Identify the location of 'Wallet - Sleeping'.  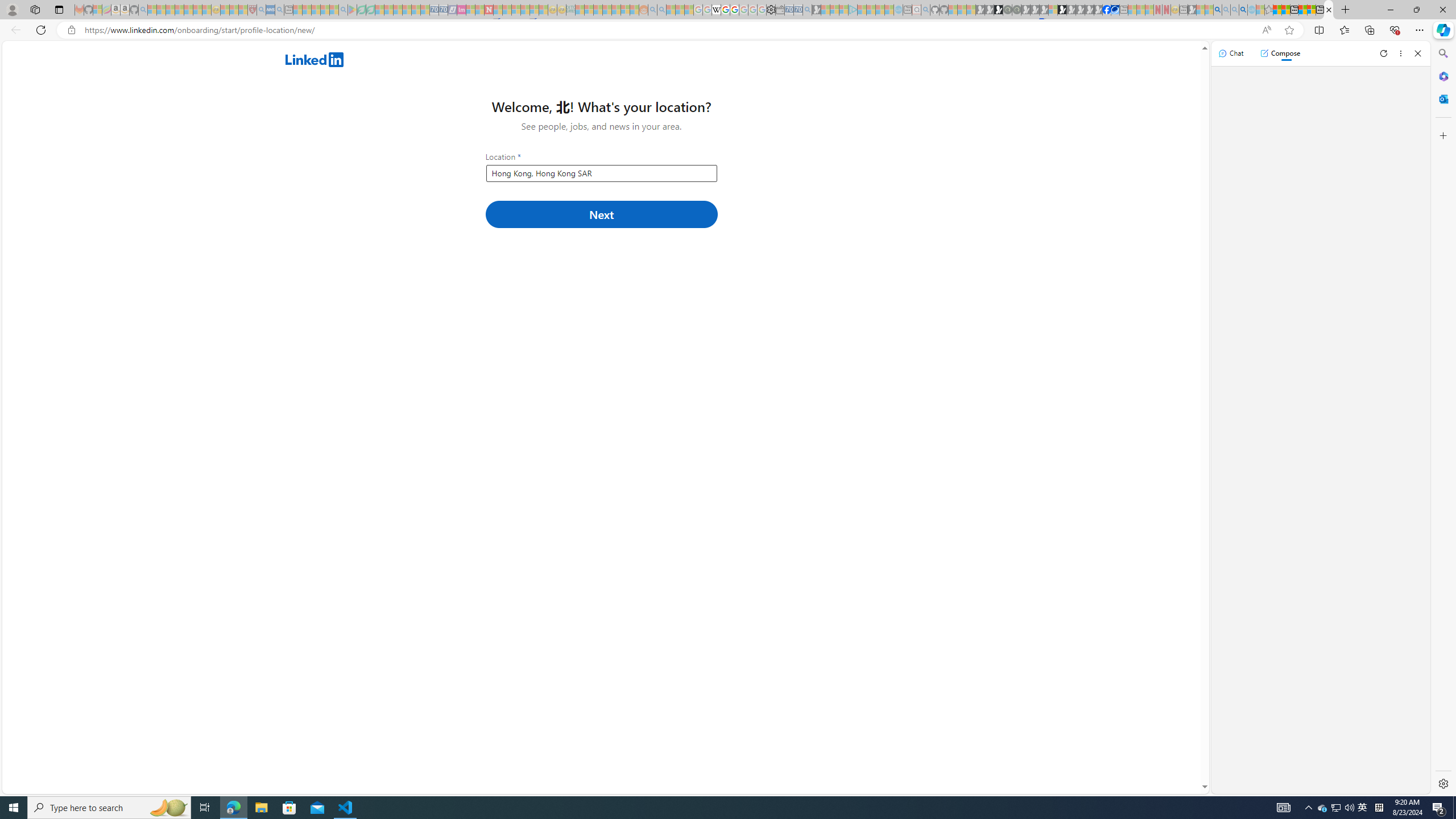
(779, 9).